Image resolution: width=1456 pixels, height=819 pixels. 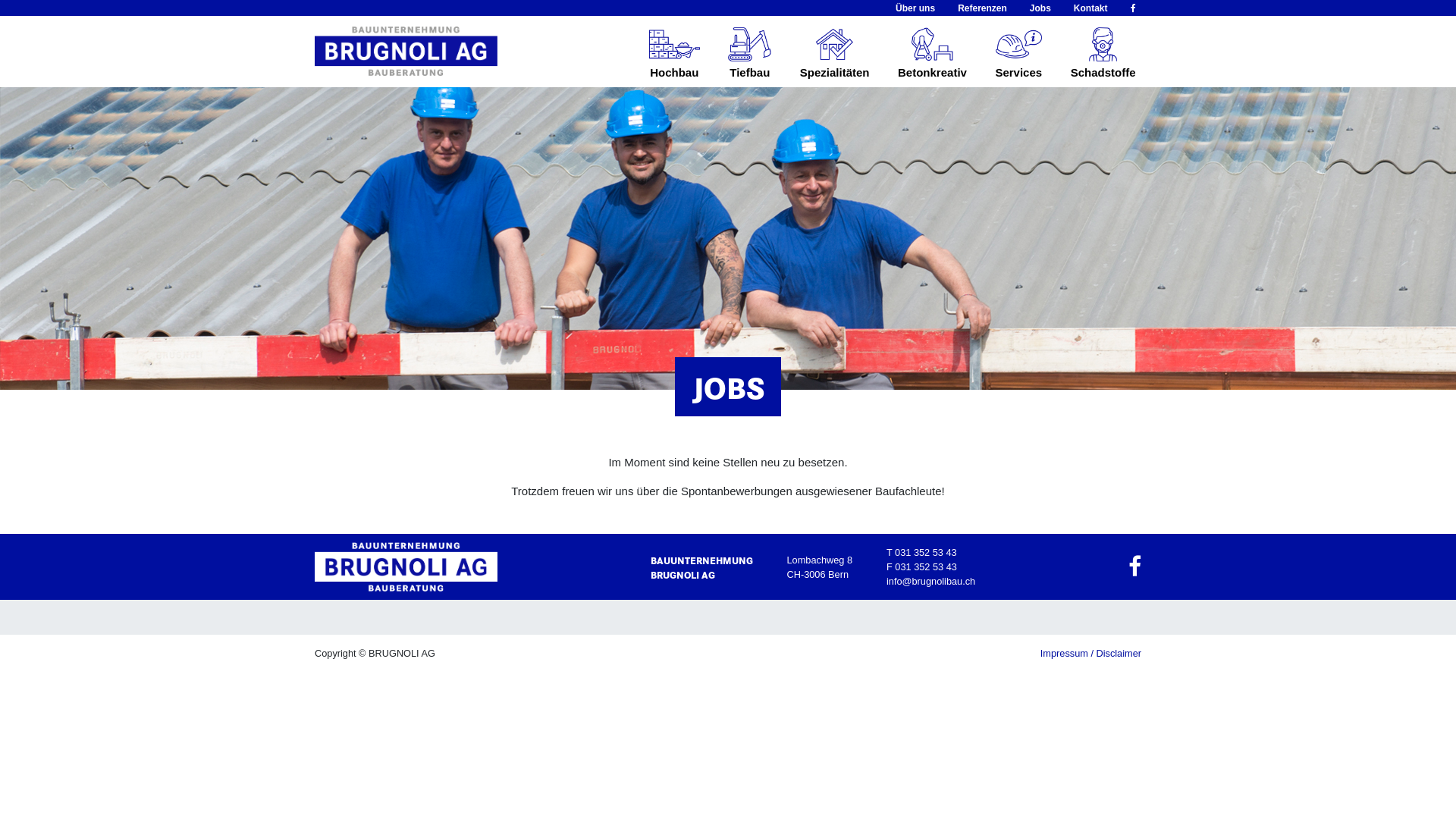 What do you see at coordinates (931, 51) in the screenshot?
I see `'Betonkreativ'` at bounding box center [931, 51].